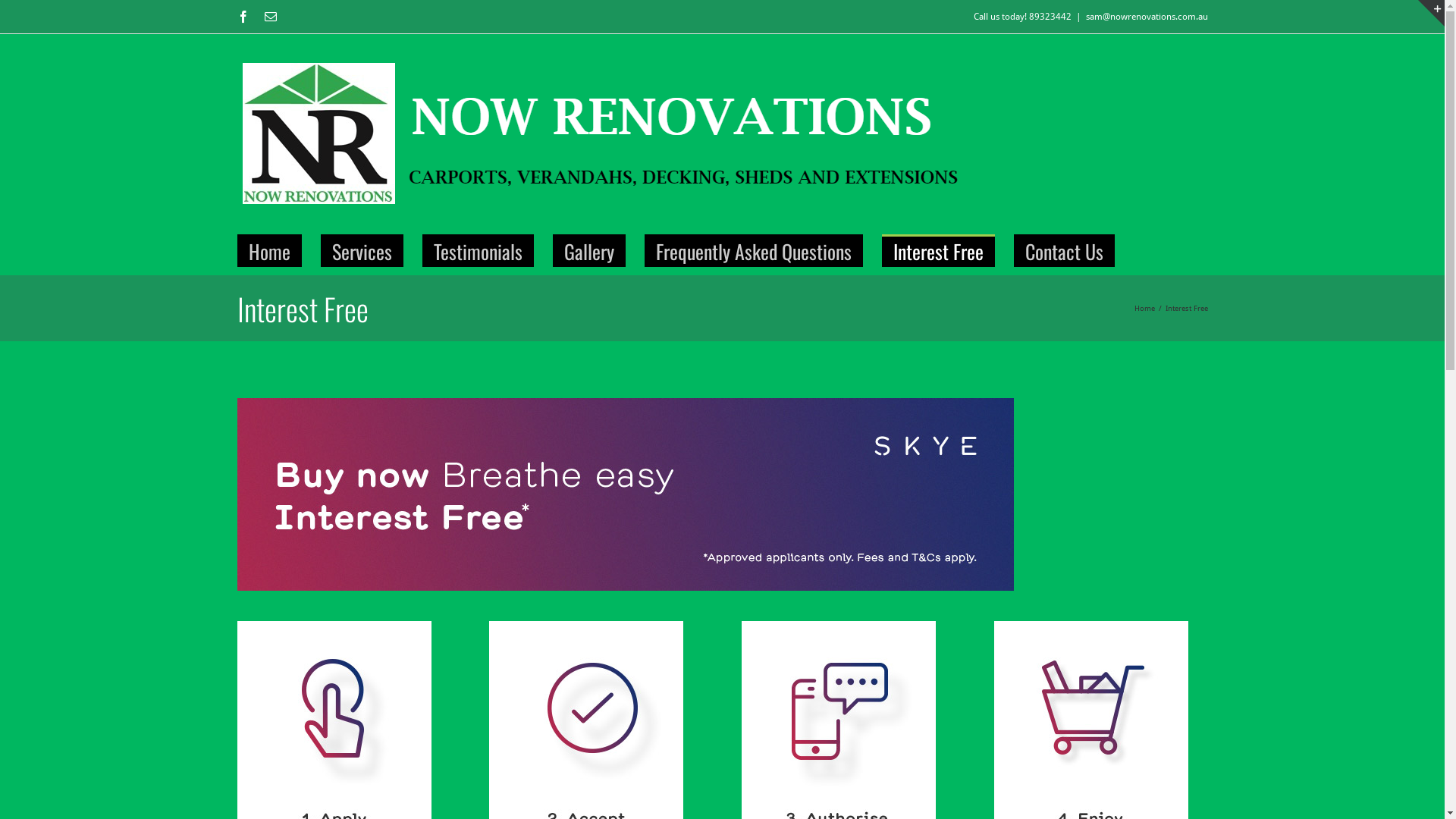 The height and width of the screenshot is (819, 1456). What do you see at coordinates (588, 249) in the screenshot?
I see `'Gallery'` at bounding box center [588, 249].